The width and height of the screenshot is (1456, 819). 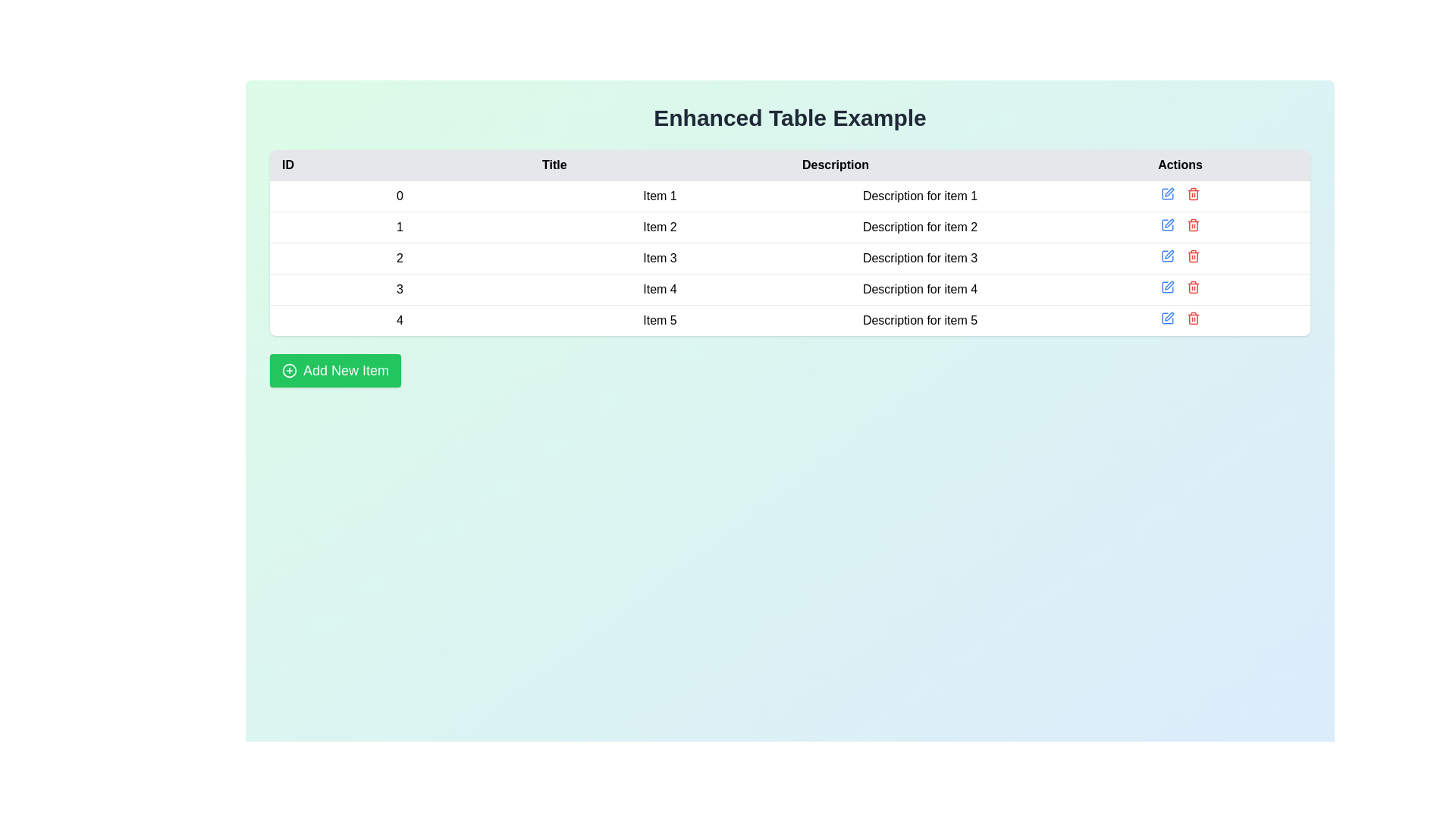 What do you see at coordinates (1166, 287) in the screenshot?
I see `the blue edit icon button in the Actions column of the fourth row of the table to change its color` at bounding box center [1166, 287].